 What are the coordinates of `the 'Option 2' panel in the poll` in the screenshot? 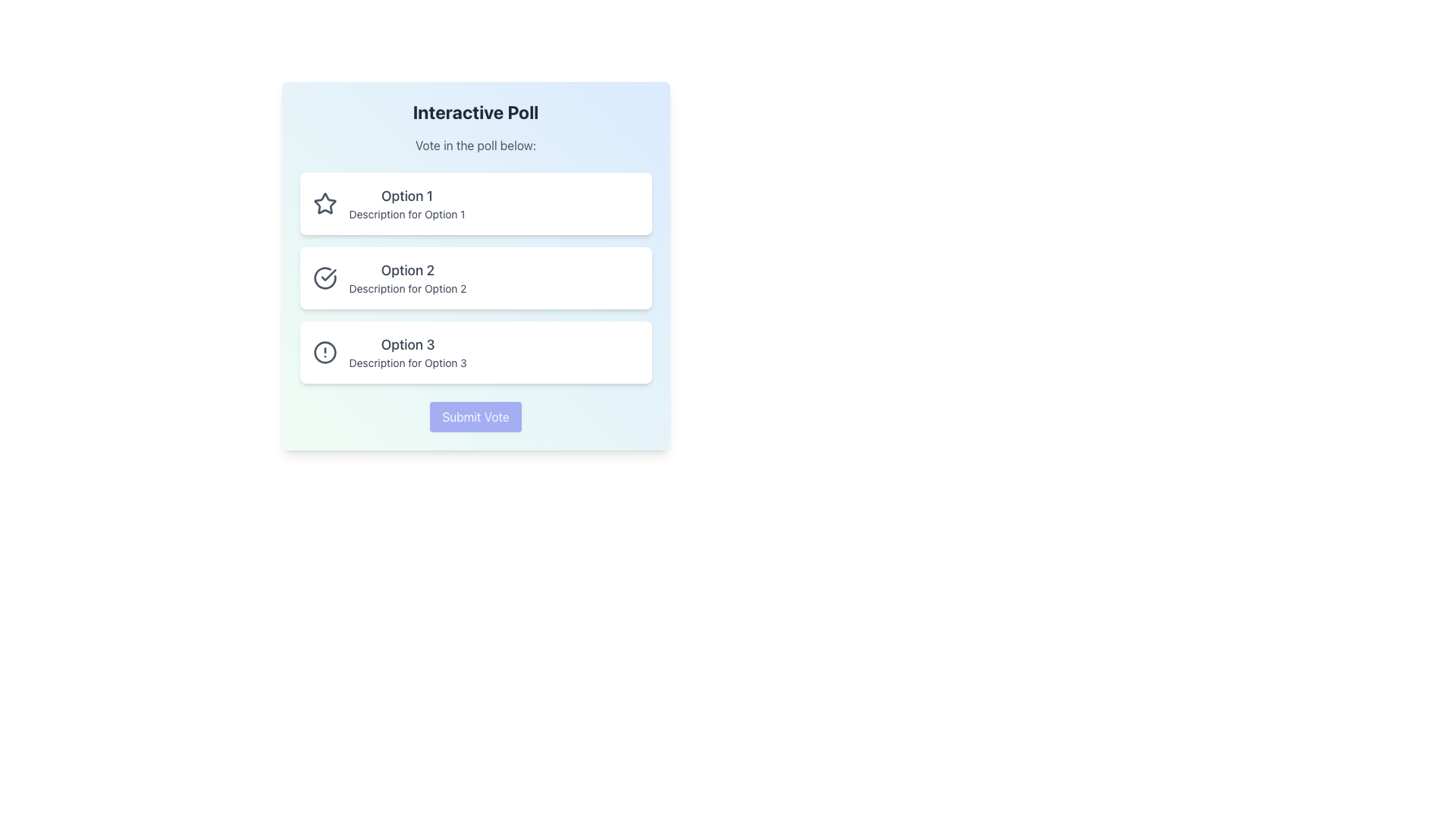 It's located at (475, 278).